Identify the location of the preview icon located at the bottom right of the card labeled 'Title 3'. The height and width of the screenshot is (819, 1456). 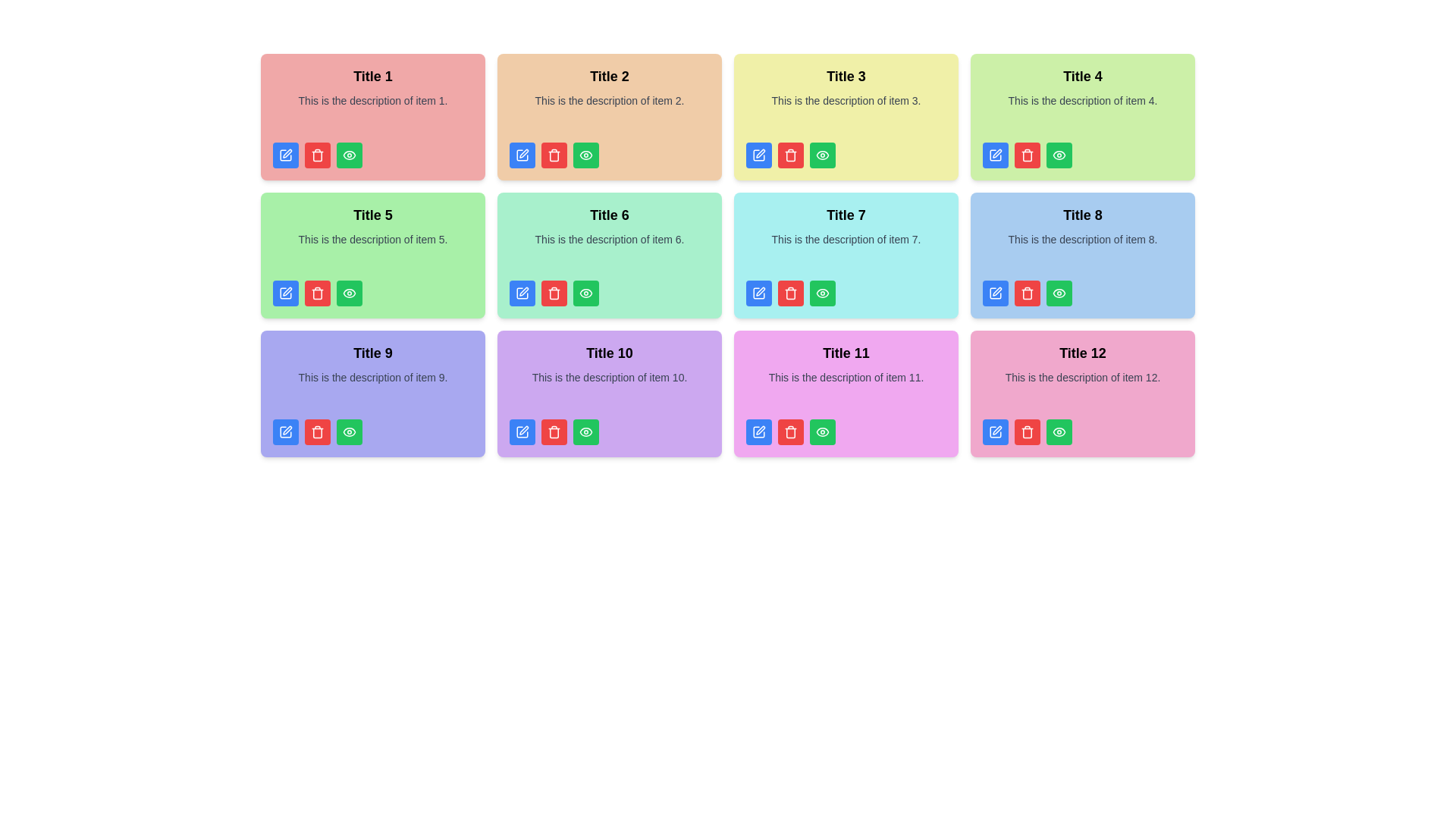
(821, 155).